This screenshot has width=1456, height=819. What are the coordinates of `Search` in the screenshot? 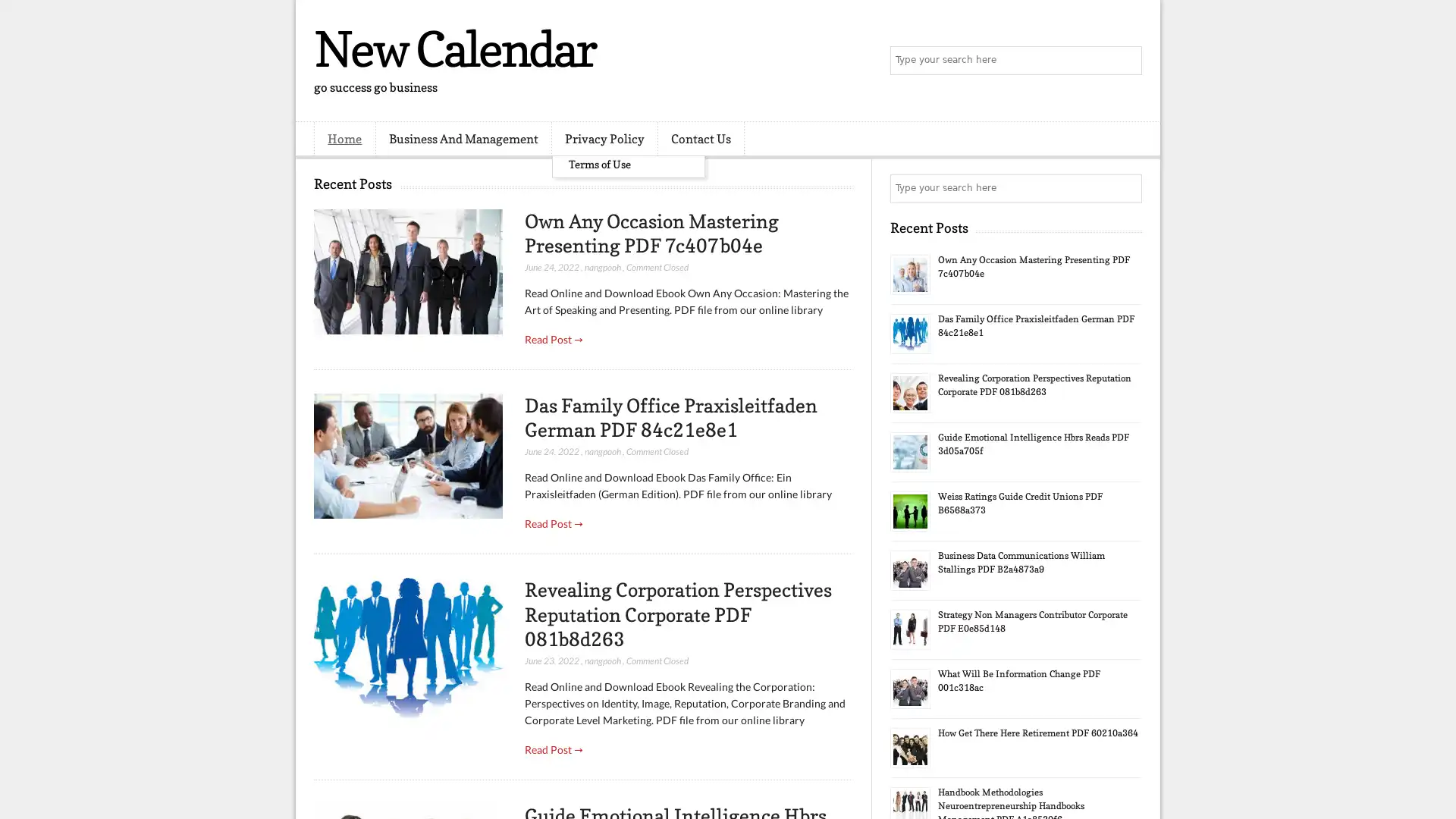 It's located at (1126, 61).